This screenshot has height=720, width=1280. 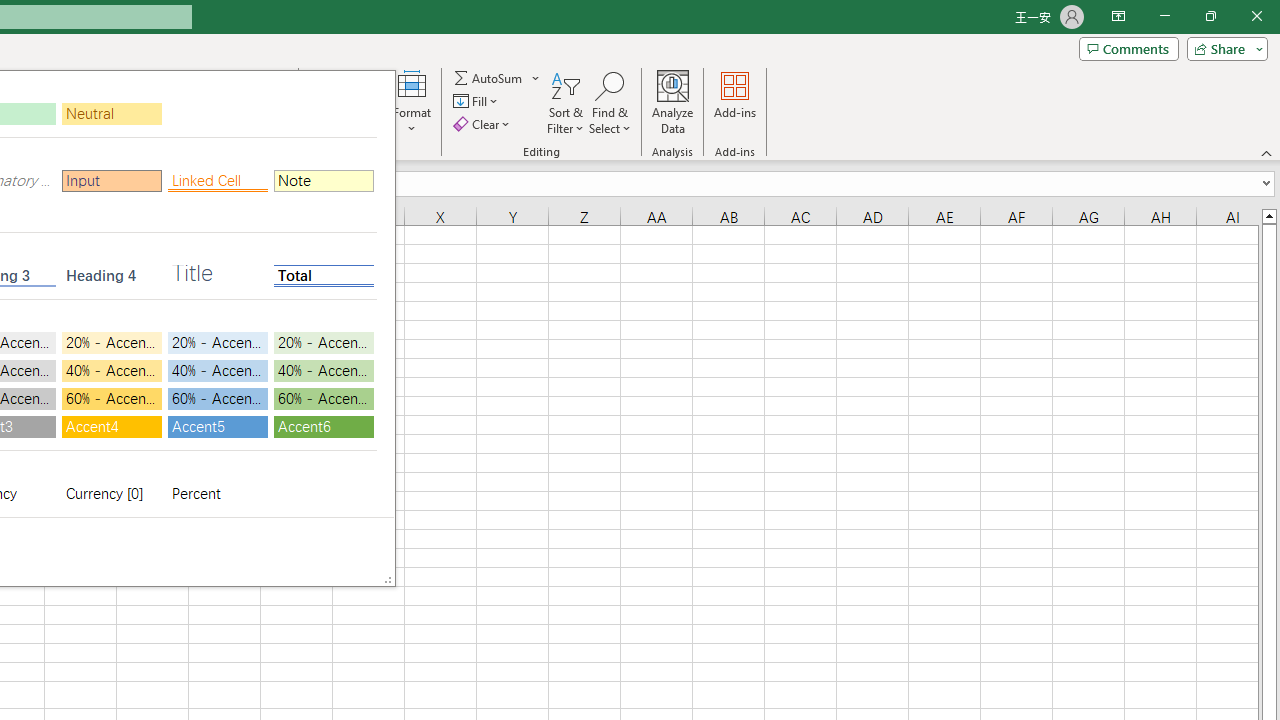 What do you see at coordinates (489, 77) in the screenshot?
I see `'Sum'` at bounding box center [489, 77].